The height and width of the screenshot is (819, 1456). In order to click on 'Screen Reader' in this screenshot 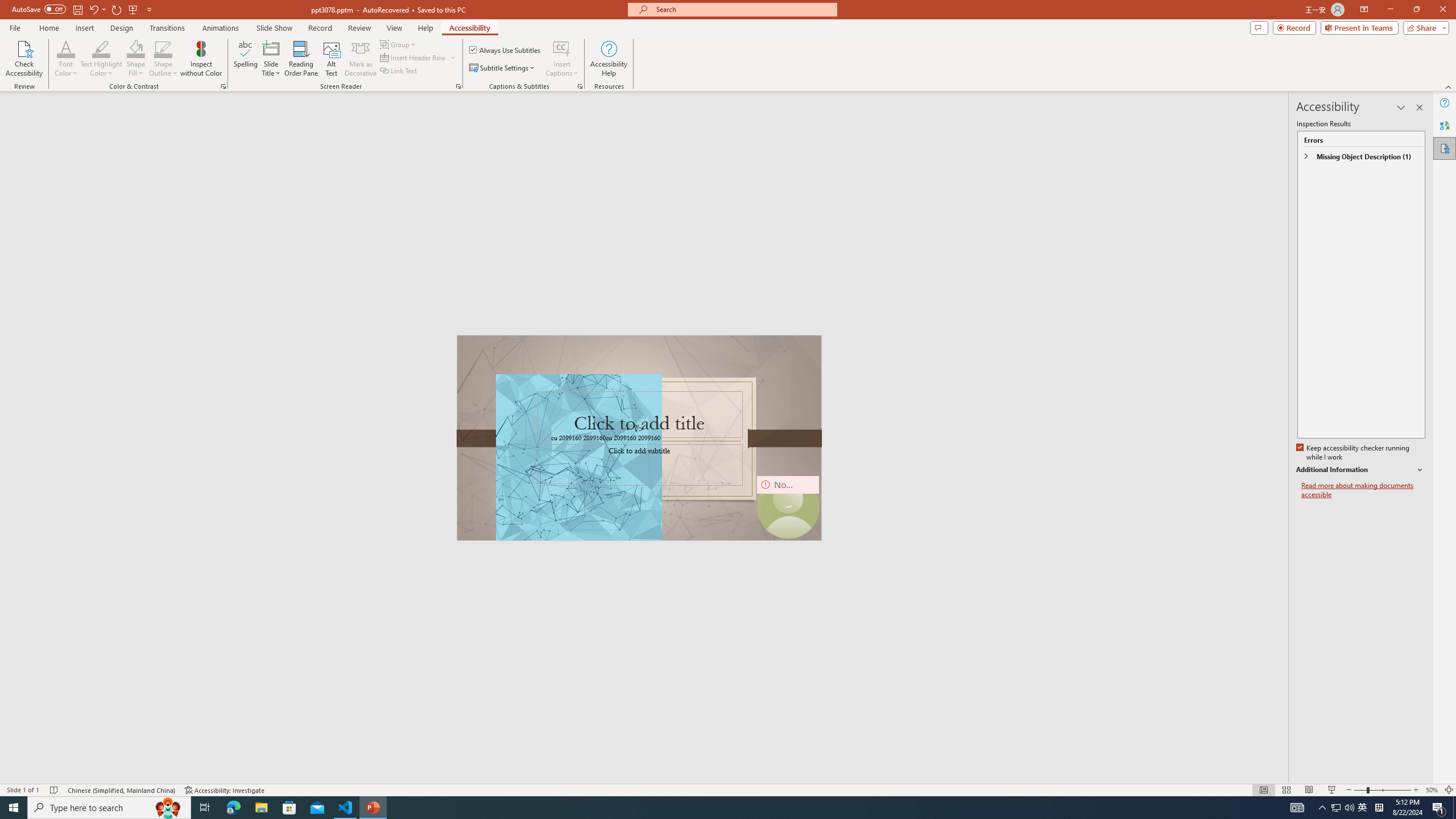, I will do `click(458, 85)`.